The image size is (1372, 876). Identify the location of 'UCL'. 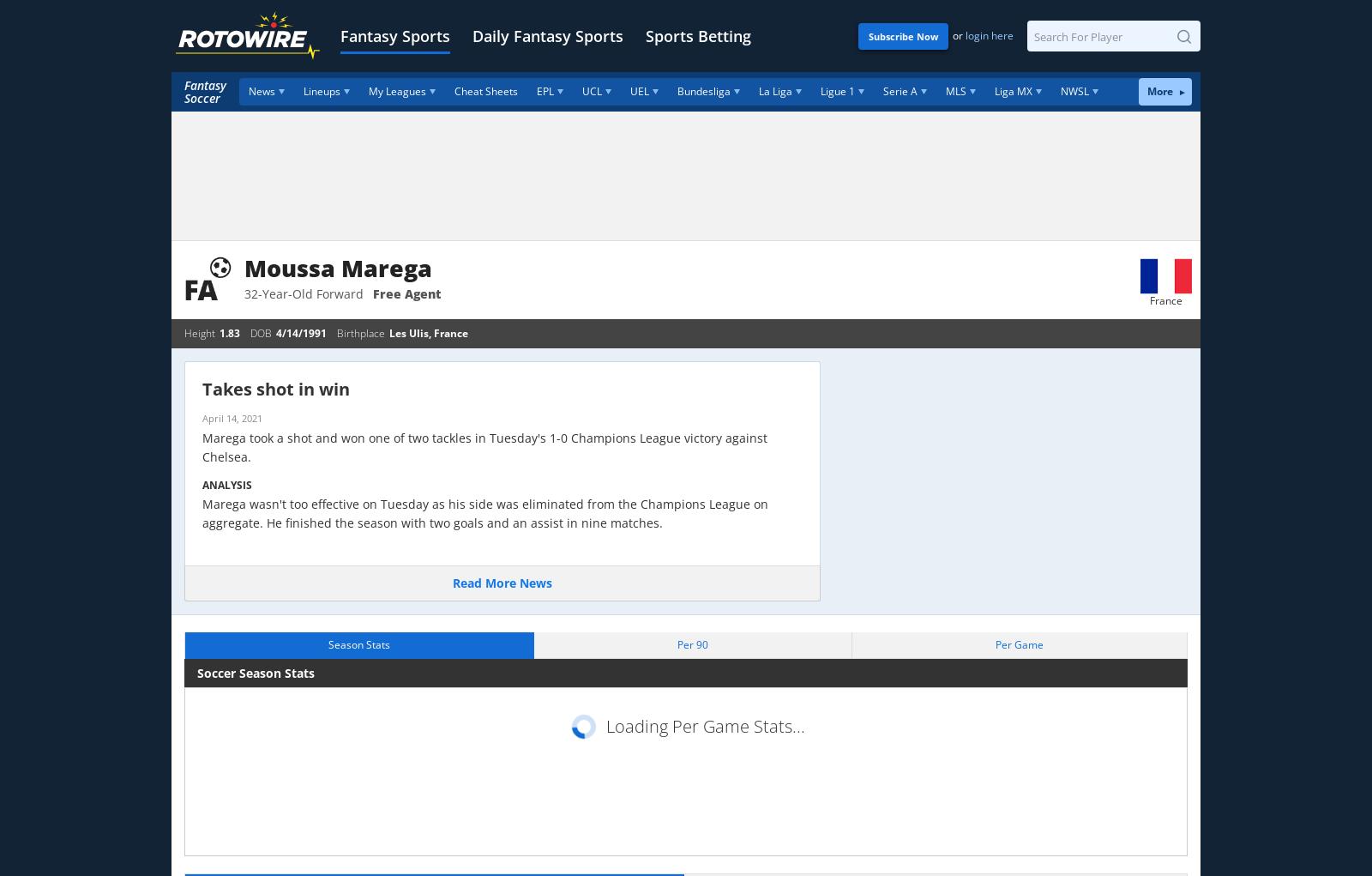
(592, 90).